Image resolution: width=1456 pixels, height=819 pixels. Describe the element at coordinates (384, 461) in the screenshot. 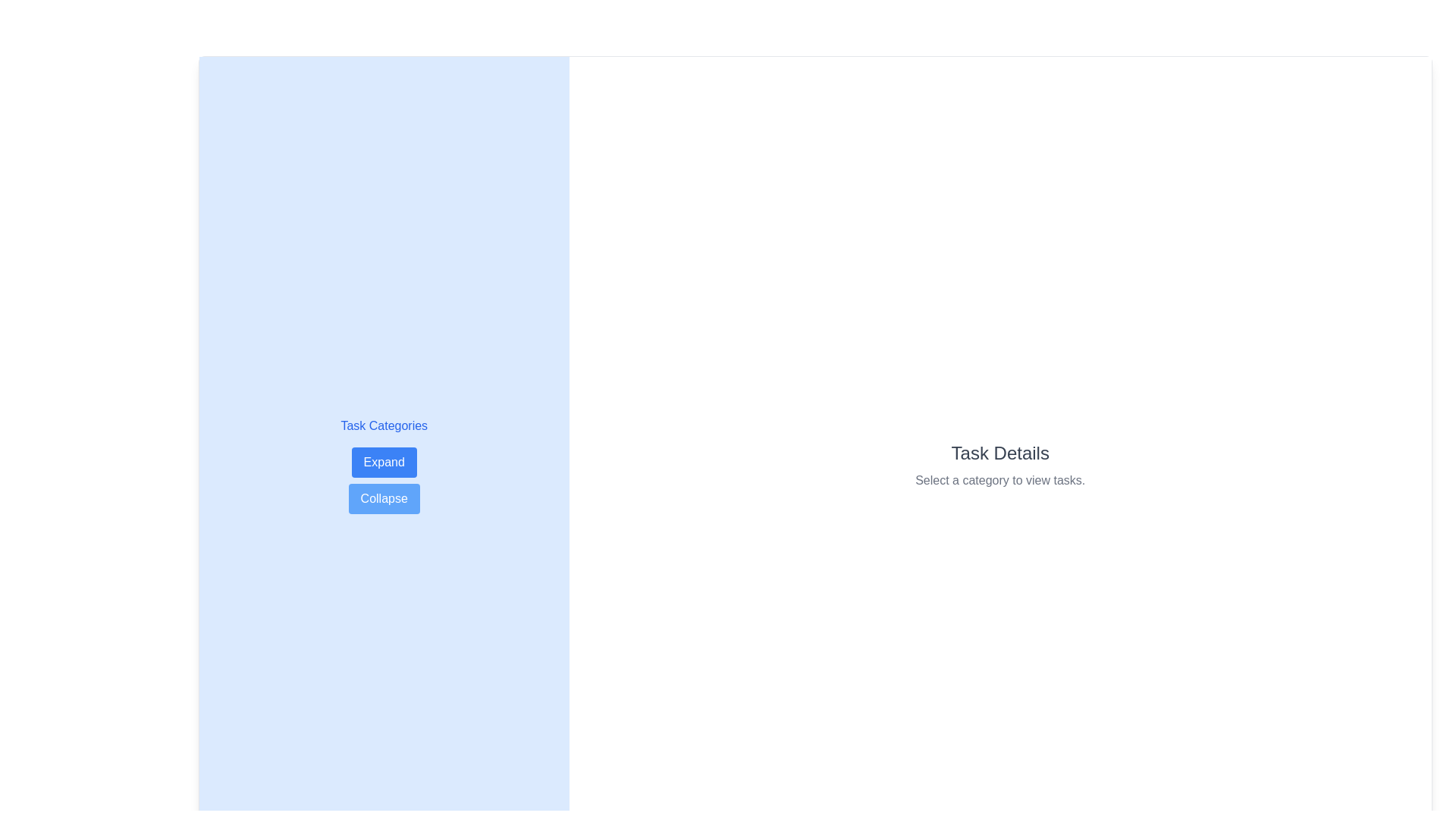

I see `the blue rectangular button labeled 'Expand' located below the 'Task Categories' label` at that location.